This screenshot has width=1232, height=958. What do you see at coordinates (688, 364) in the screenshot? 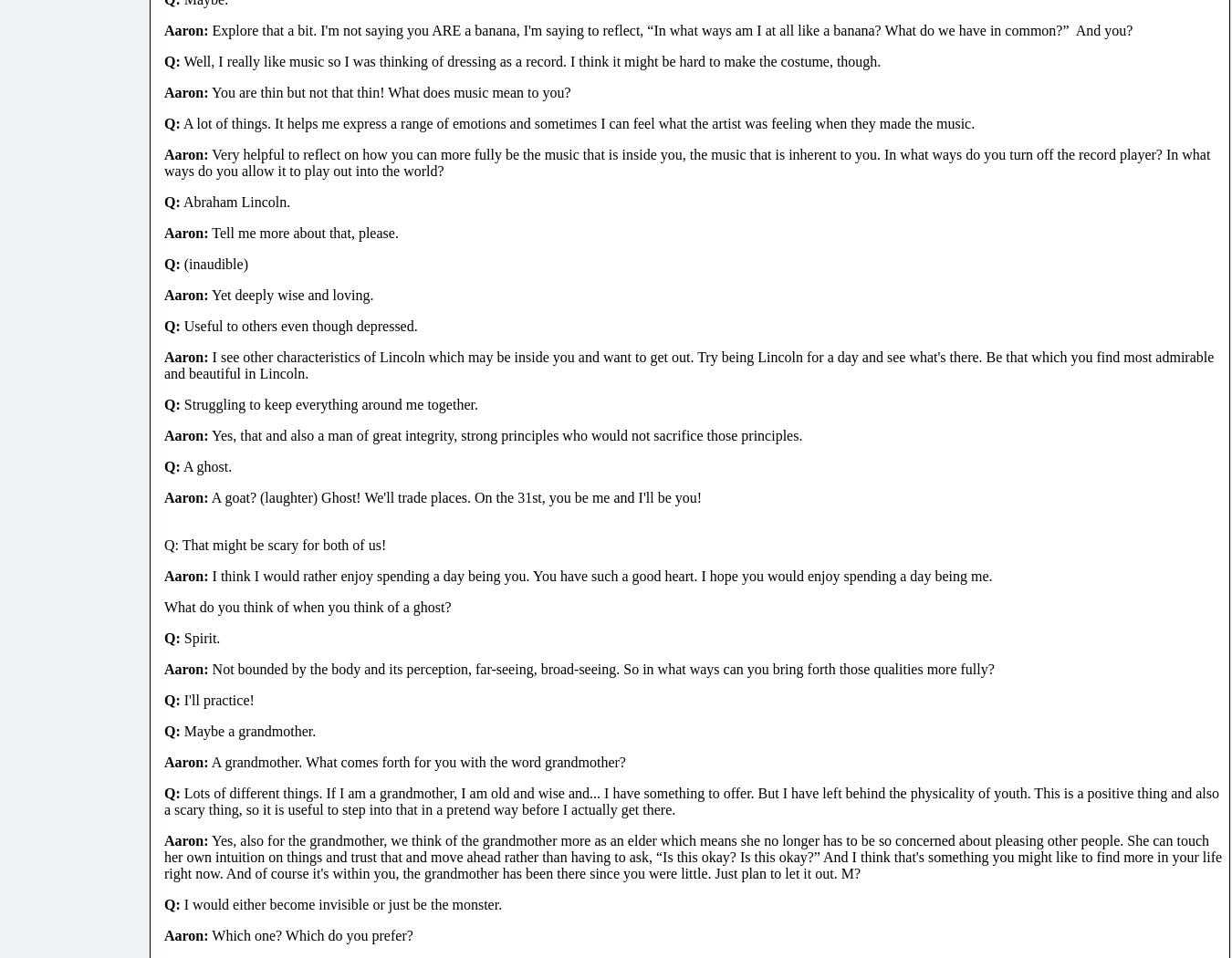
I see `'I see other characteristics of Lincoln which may be inside you and want to get out. Try being Lincoln for a day and see what's there. Be that which you find most admirable and beautiful in Lincoln.'` at bounding box center [688, 364].